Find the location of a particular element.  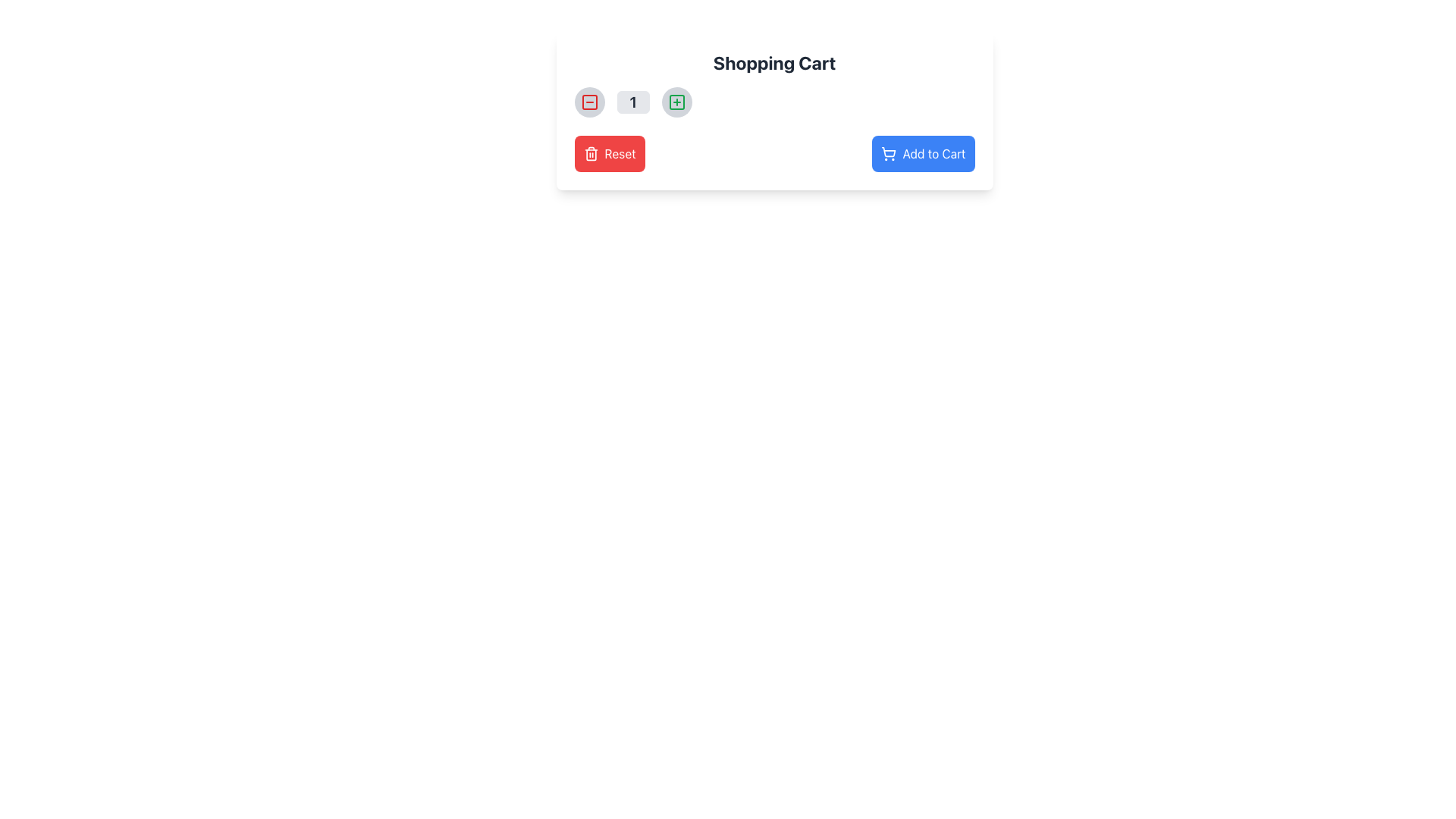

the circular button with a light grey background containing a red minus sign icon to decrease the quantity is located at coordinates (588, 102).